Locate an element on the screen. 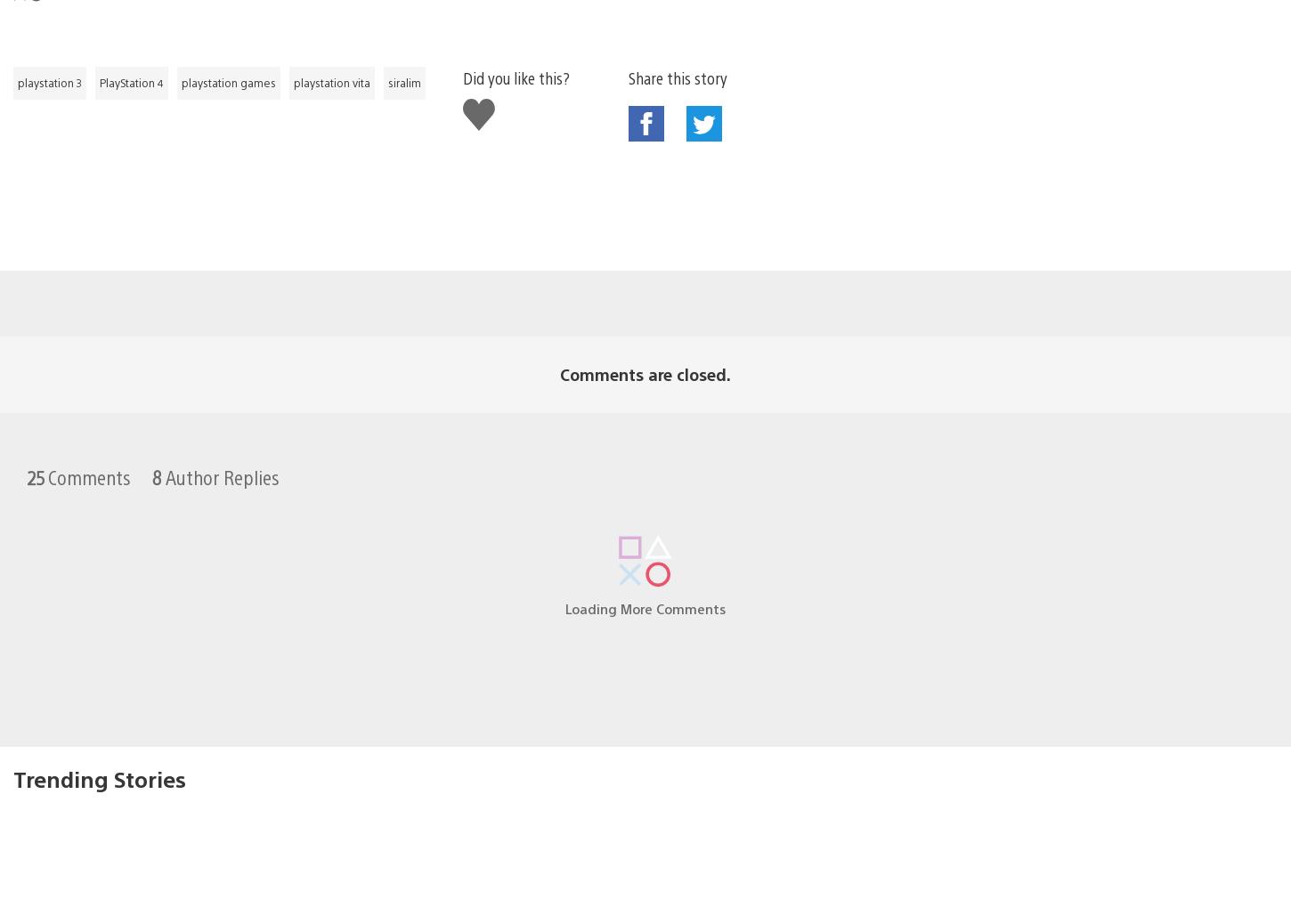 The image size is (1291, 924). 'playstation games' is located at coordinates (228, 53).